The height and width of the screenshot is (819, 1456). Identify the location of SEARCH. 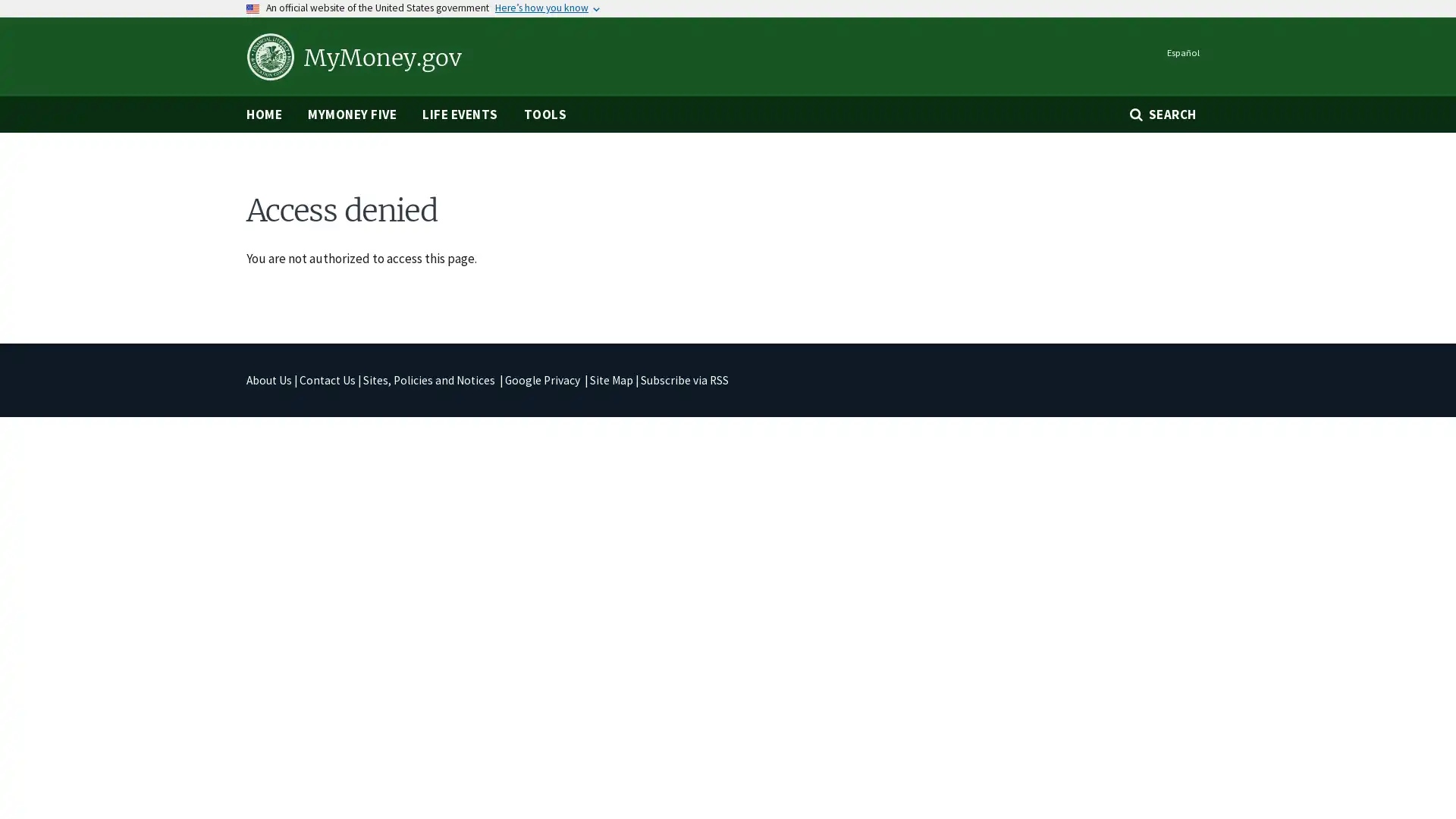
(1164, 113).